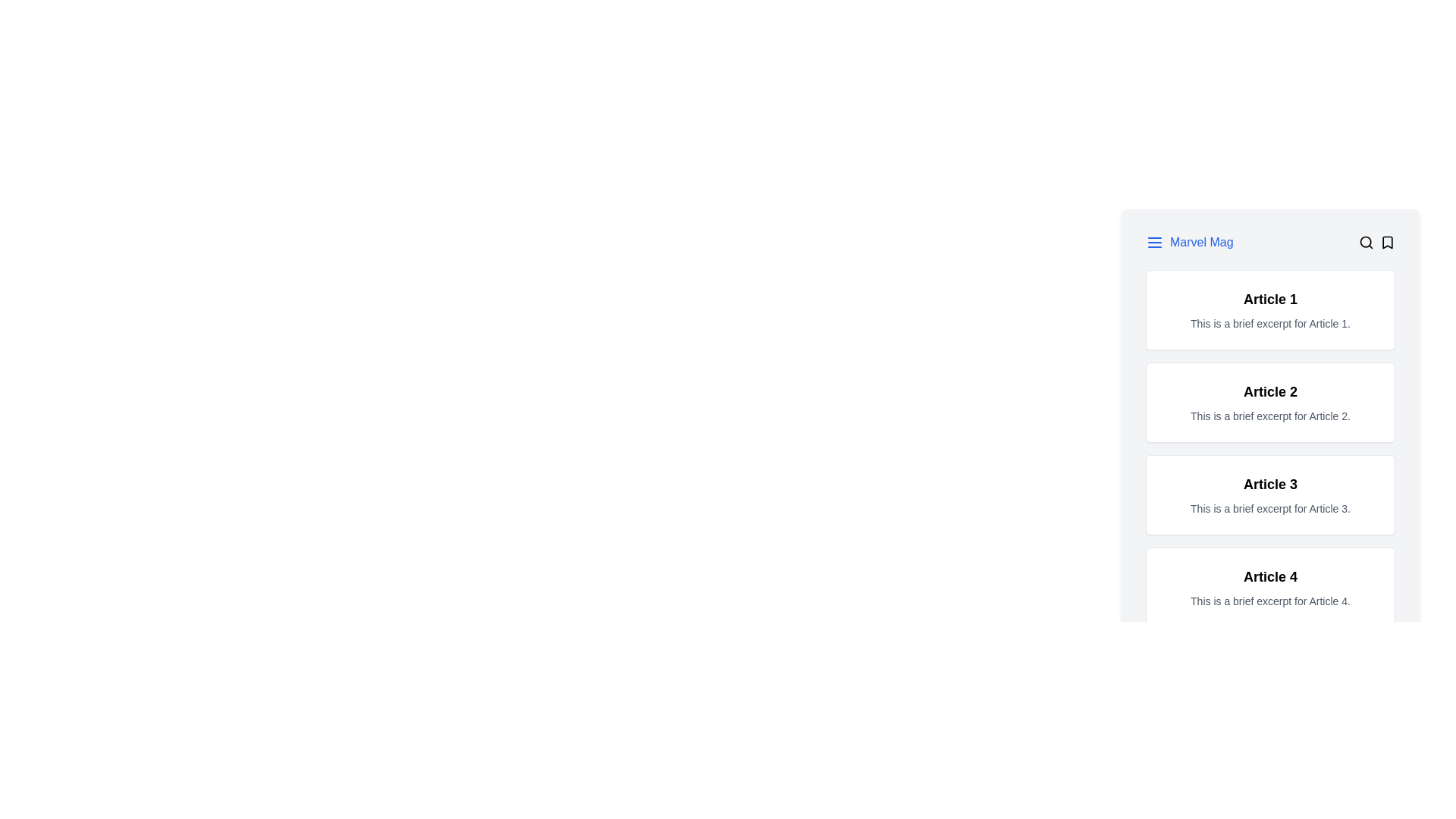  Describe the element at coordinates (1153, 242) in the screenshot. I see `the hamburger menu icon, which is blue and located to the left of the 'Marvel Mag' text` at that location.